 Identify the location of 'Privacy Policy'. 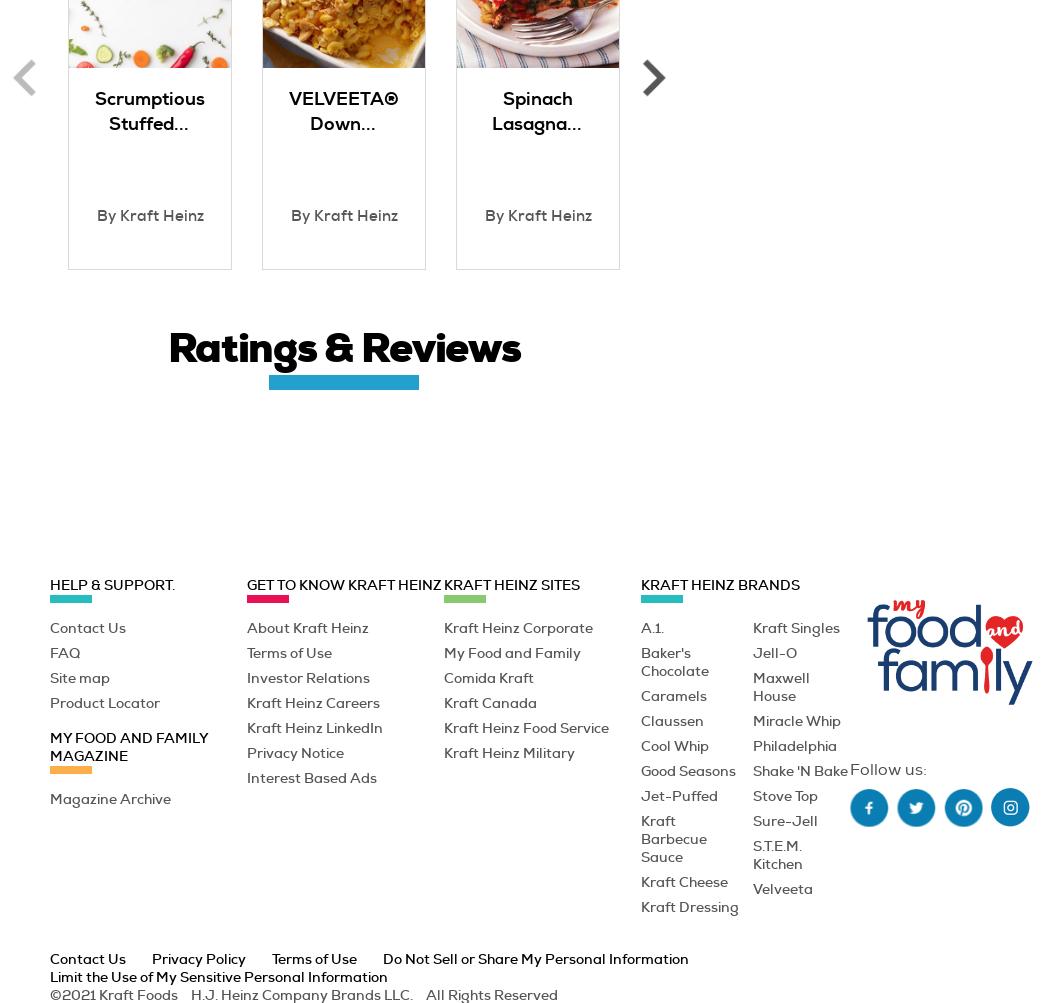
(152, 956).